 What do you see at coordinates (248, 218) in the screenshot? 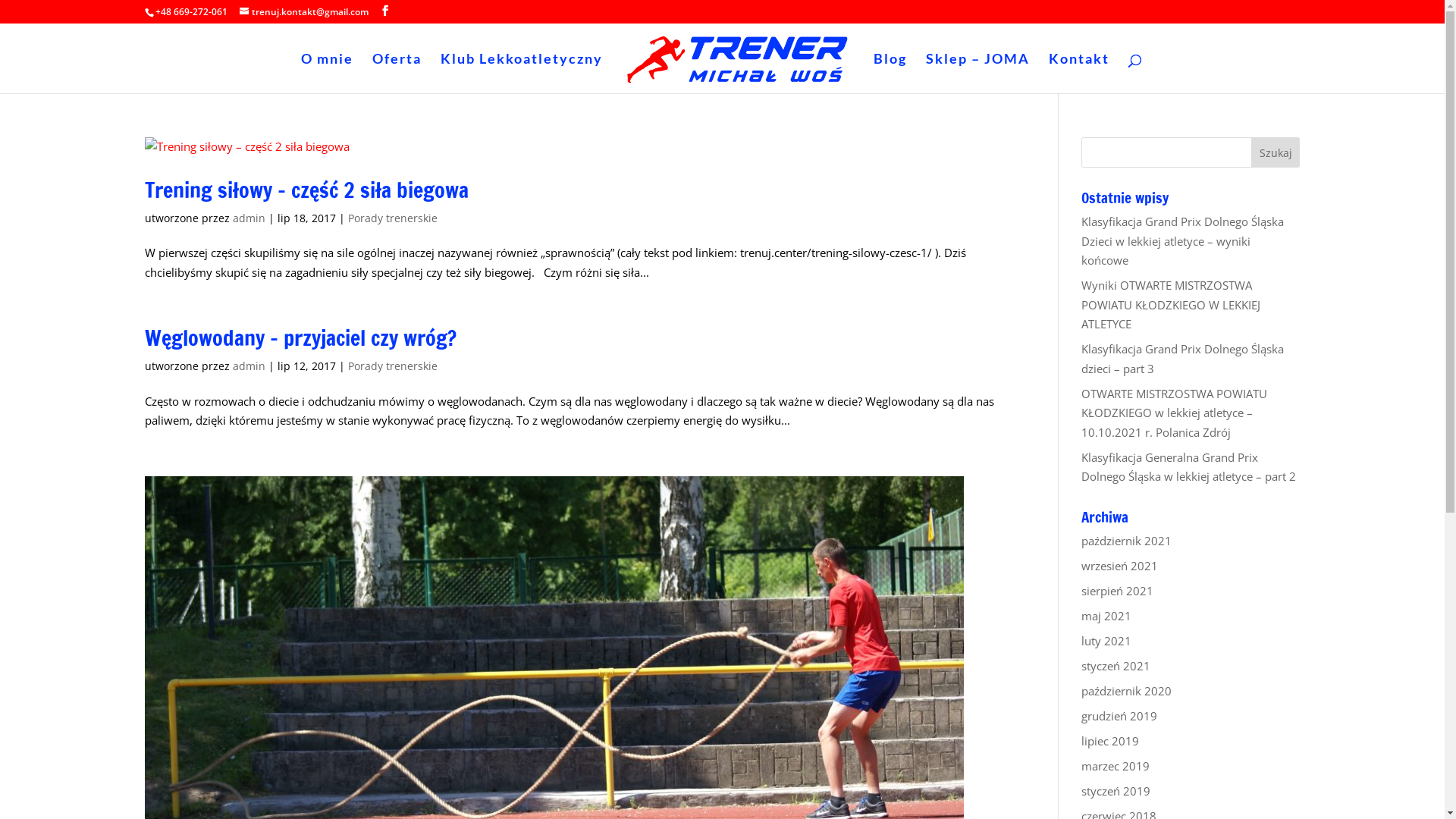
I see `'admin'` at bounding box center [248, 218].